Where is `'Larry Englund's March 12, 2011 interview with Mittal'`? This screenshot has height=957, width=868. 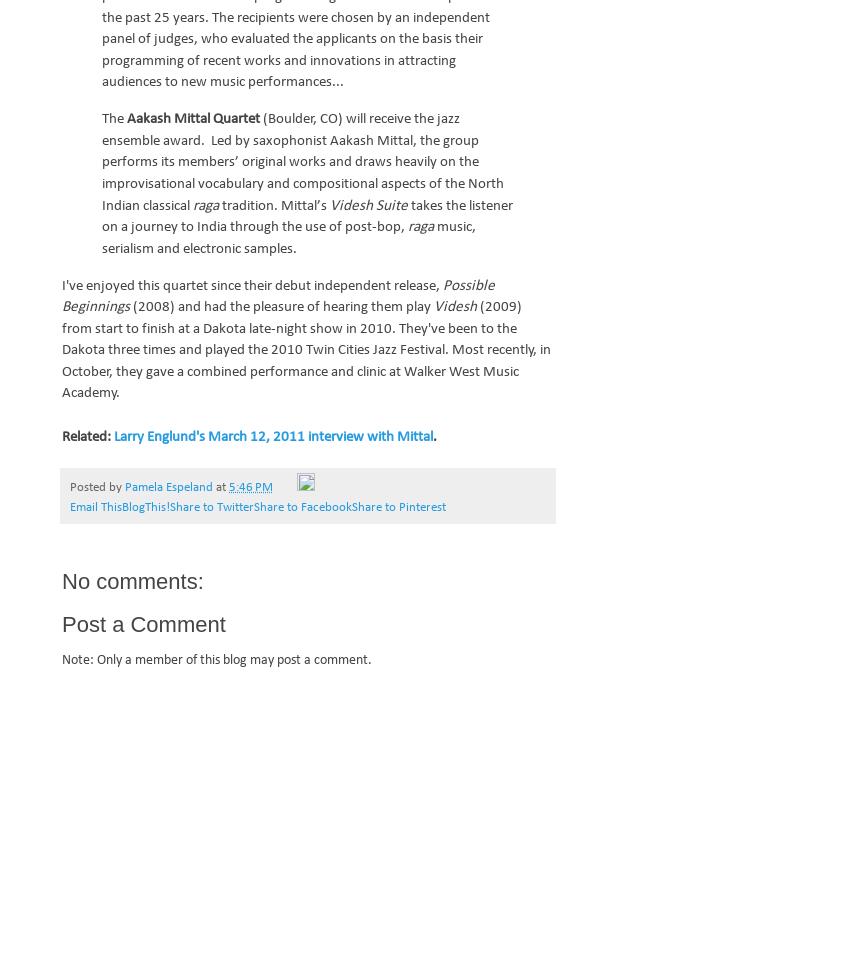
'Larry Englund's March 12, 2011 interview with Mittal' is located at coordinates (273, 435).